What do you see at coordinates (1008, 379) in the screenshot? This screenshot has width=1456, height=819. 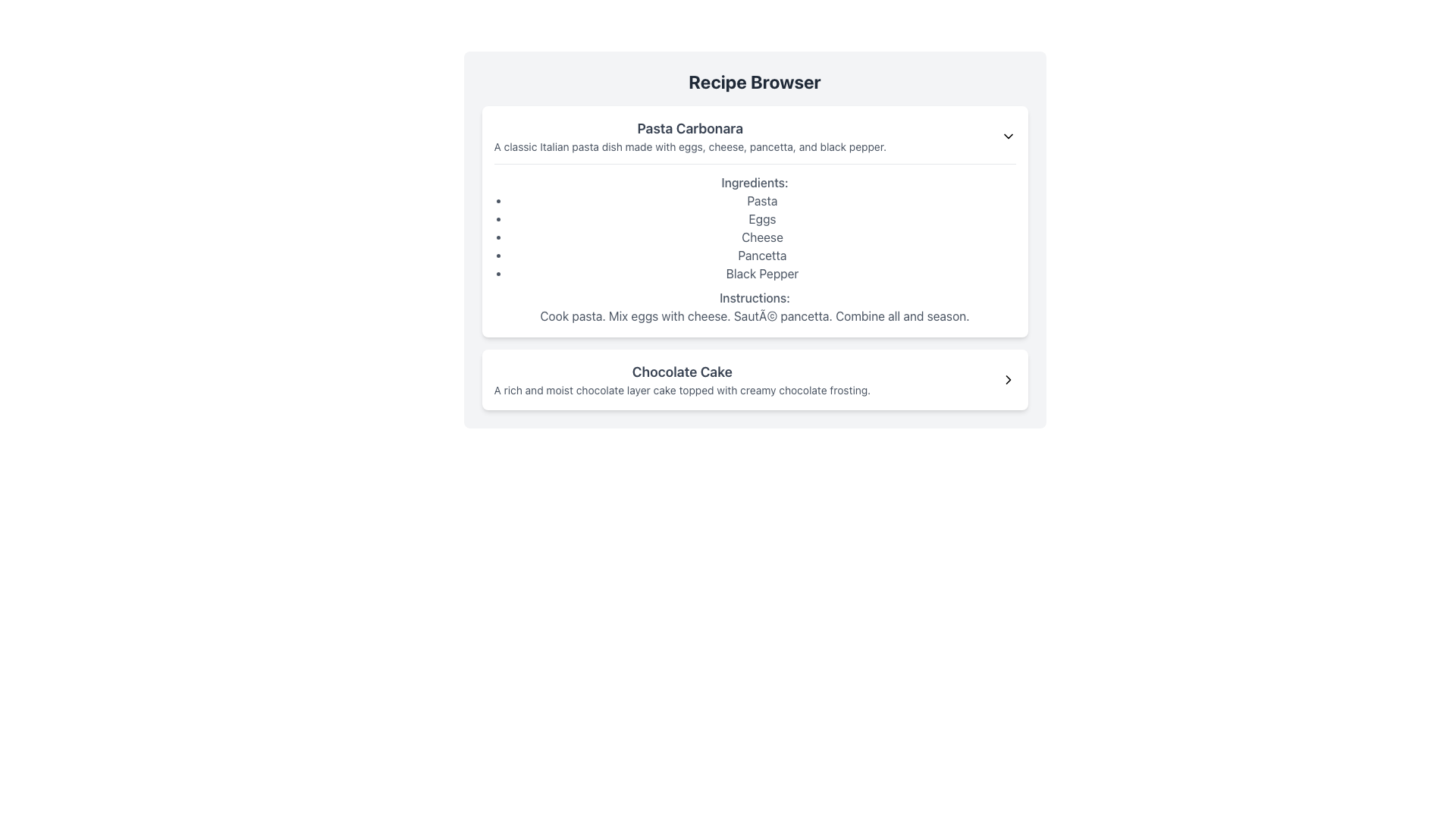 I see `the Chevron arrow icon pointing to the right, located at the far right of the 'Chocolate Cake' card` at bounding box center [1008, 379].